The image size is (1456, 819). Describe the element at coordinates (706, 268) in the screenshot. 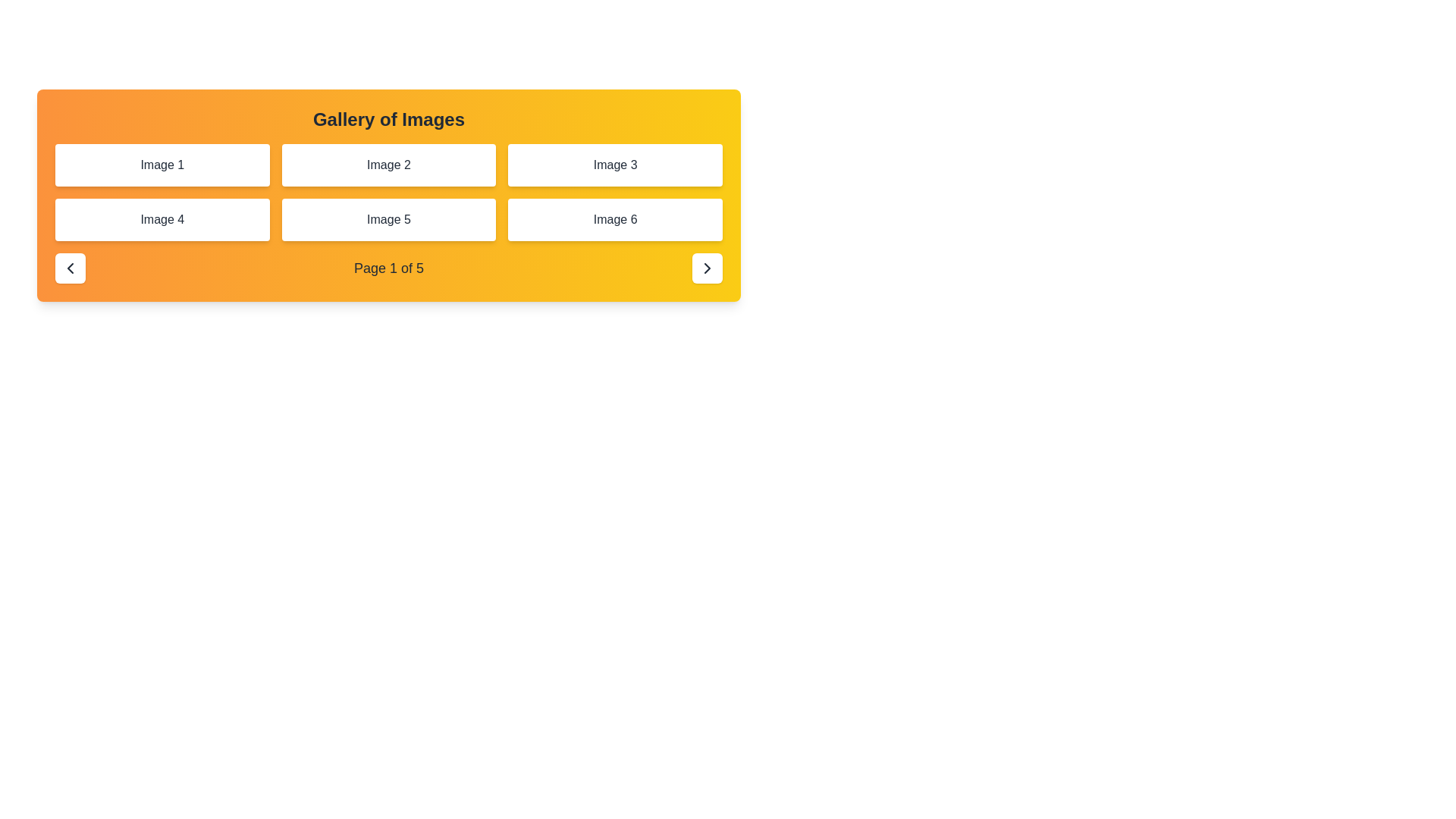

I see `the right arrow icon within the 'Next' button located at the bottom-right corner of the card interface` at that location.